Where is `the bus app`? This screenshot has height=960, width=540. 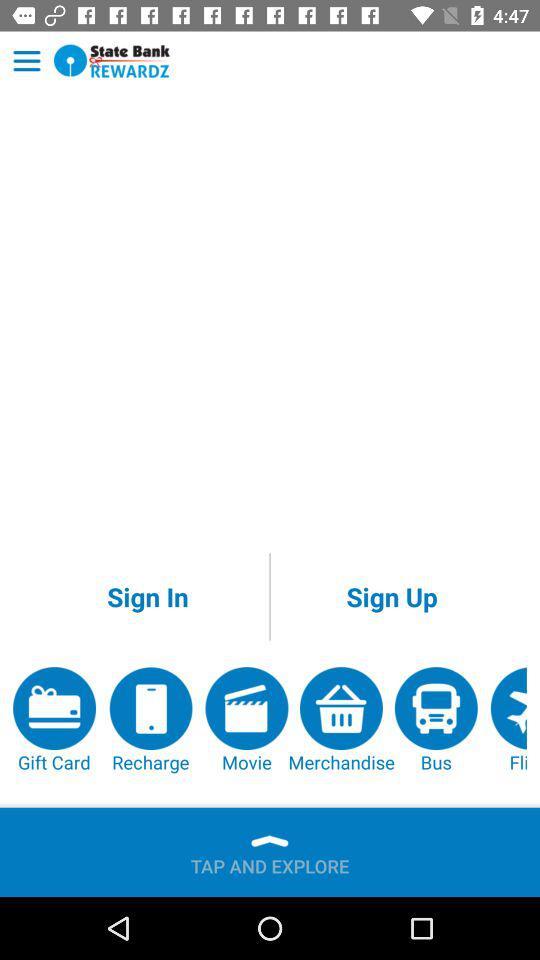 the bus app is located at coordinates (435, 720).